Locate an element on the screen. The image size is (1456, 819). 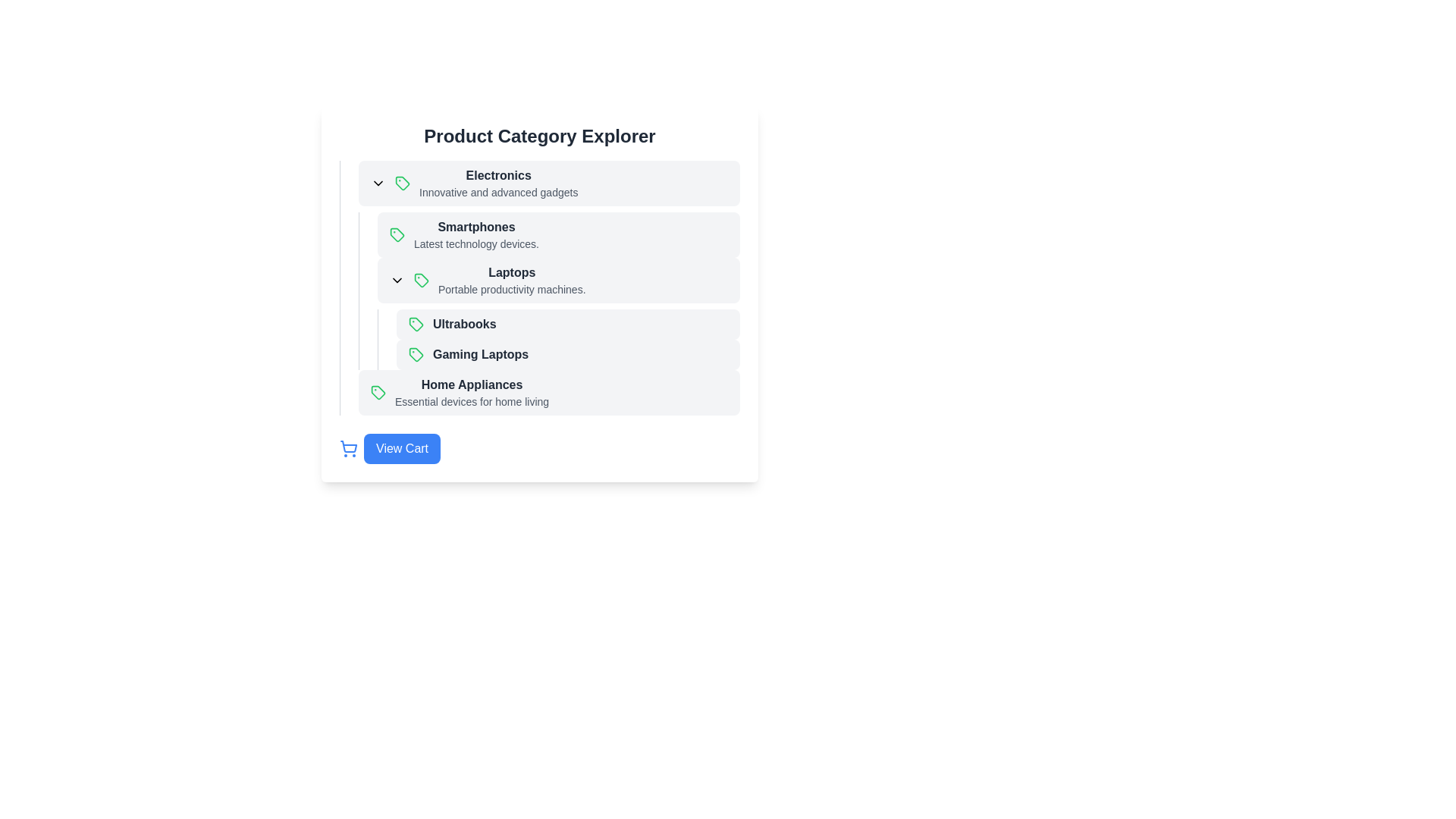
the 'Ultrabooks' category item in the Product Category Explorer section is located at coordinates (567, 324).